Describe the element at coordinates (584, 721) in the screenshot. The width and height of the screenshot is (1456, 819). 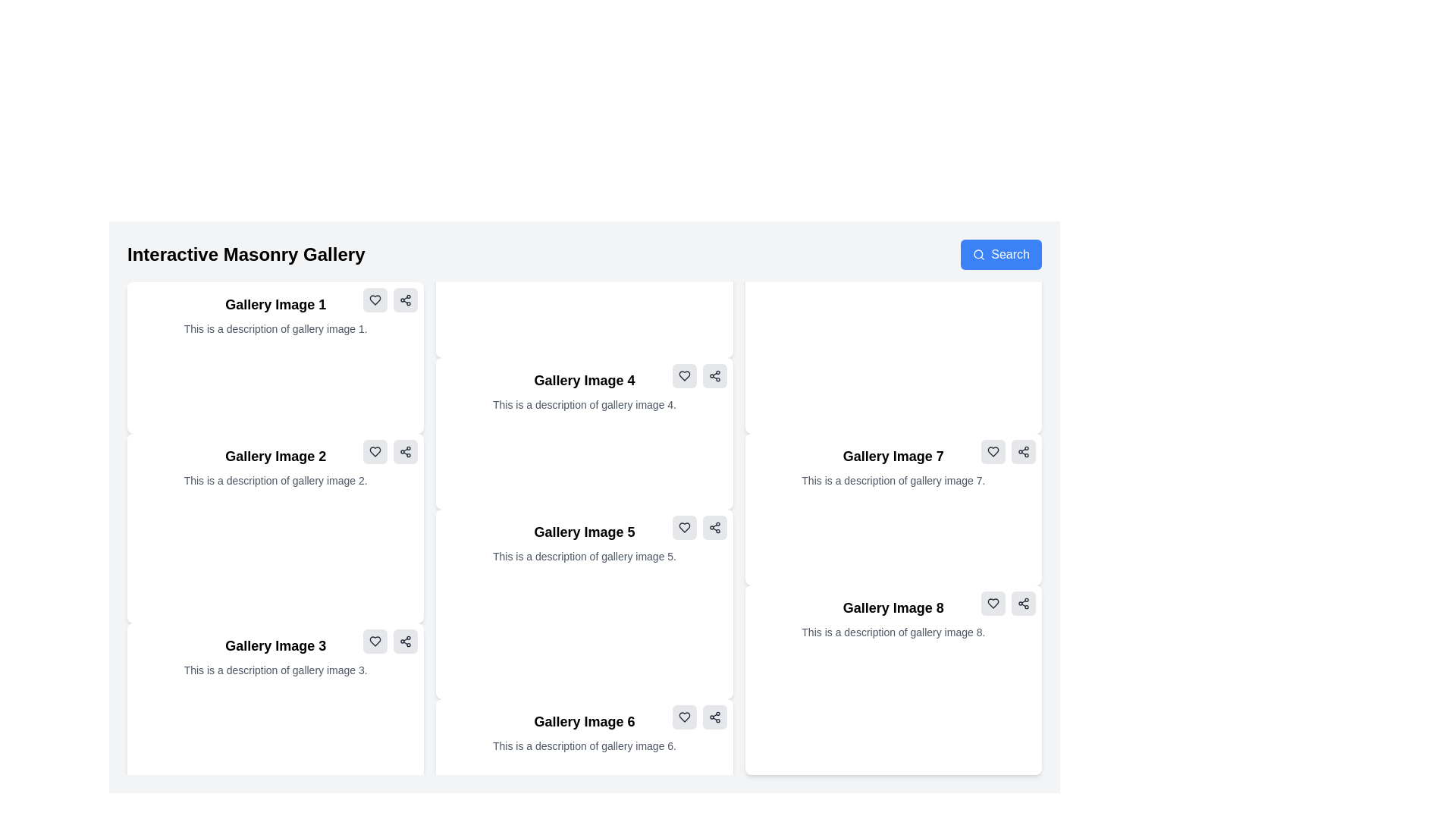
I see `text of the title label for the sixth gallery item located at the bottom center of the gallery layout` at that location.